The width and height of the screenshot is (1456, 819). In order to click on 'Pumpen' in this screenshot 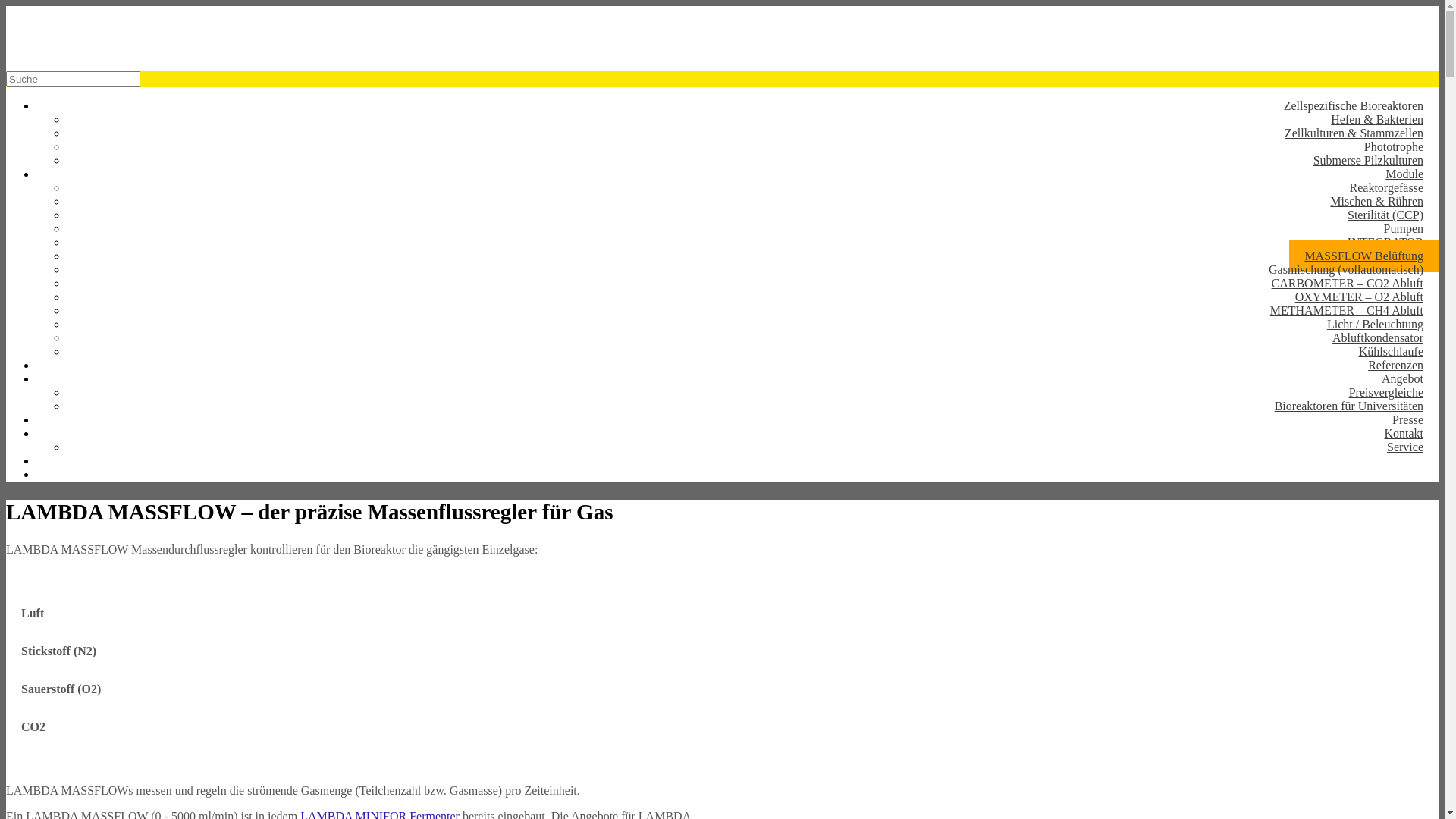, I will do `click(1403, 228)`.